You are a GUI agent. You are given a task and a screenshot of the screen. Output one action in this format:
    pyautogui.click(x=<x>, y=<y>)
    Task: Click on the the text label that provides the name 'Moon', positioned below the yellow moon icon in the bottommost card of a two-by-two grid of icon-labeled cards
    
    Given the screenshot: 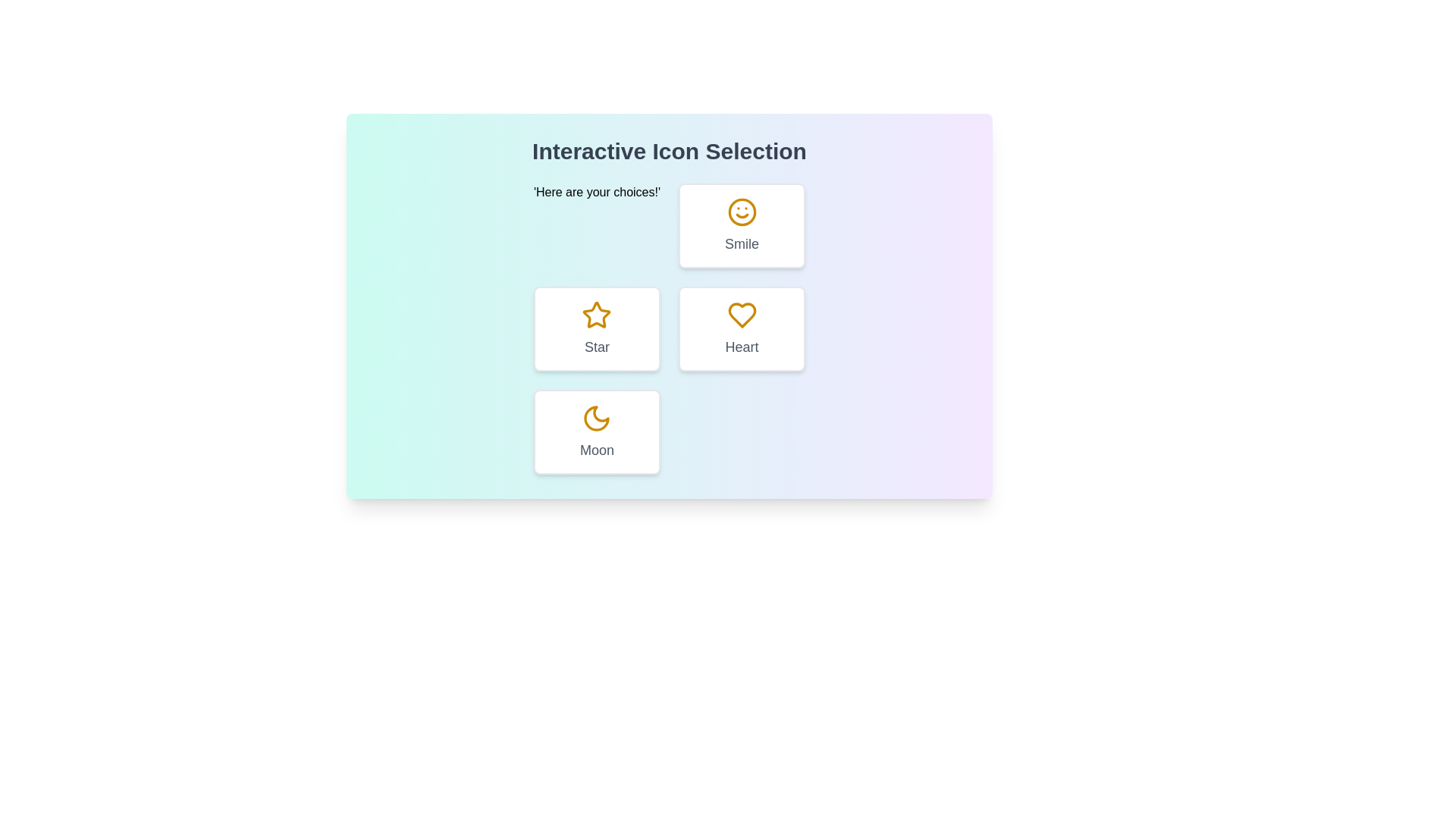 What is the action you would take?
    pyautogui.click(x=596, y=450)
    